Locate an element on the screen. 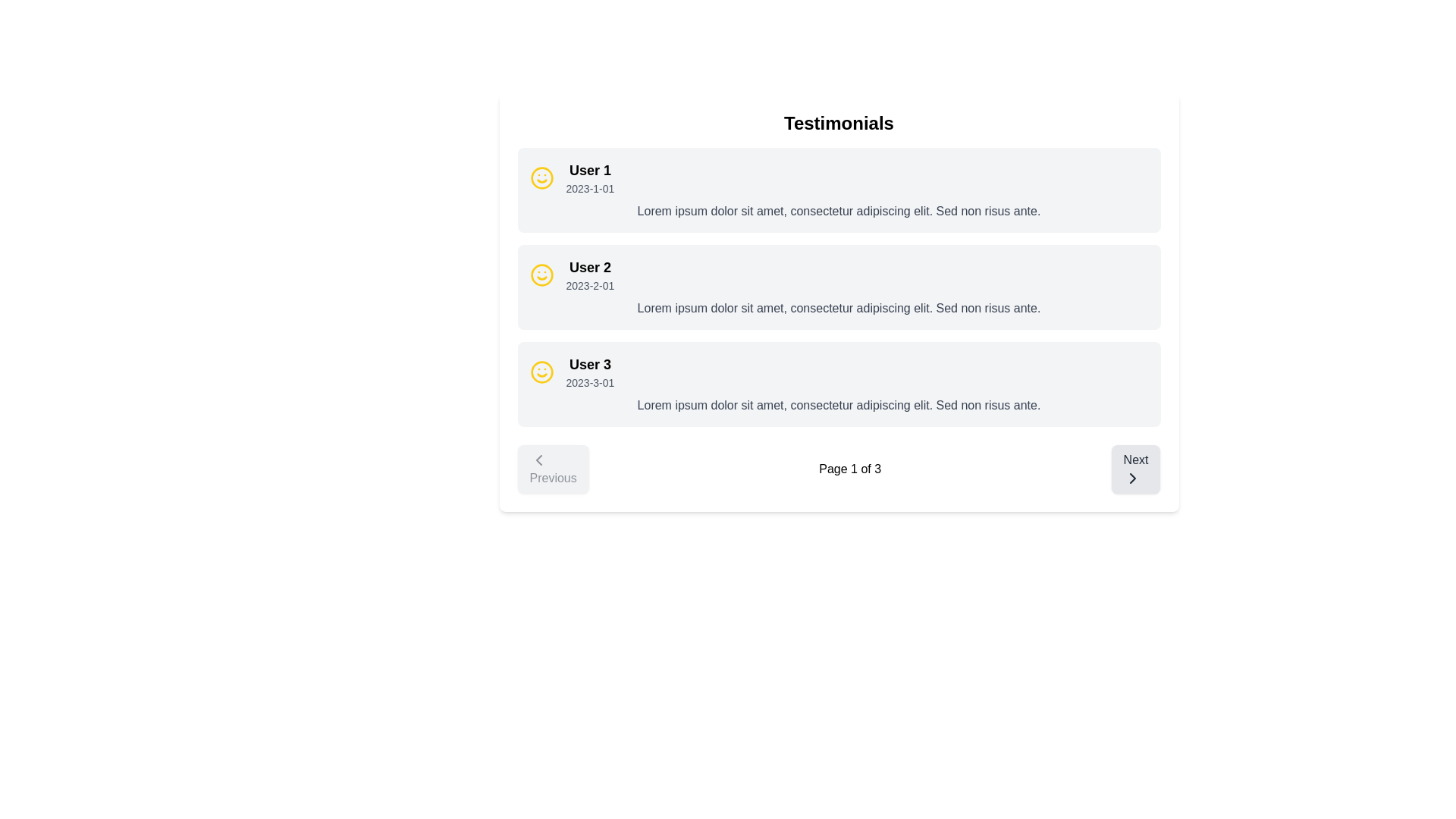 The width and height of the screenshot is (1456, 819). the rightward SVG icon within the 'Next' button located at the bottom-right corner of the interface is located at coordinates (1132, 479).